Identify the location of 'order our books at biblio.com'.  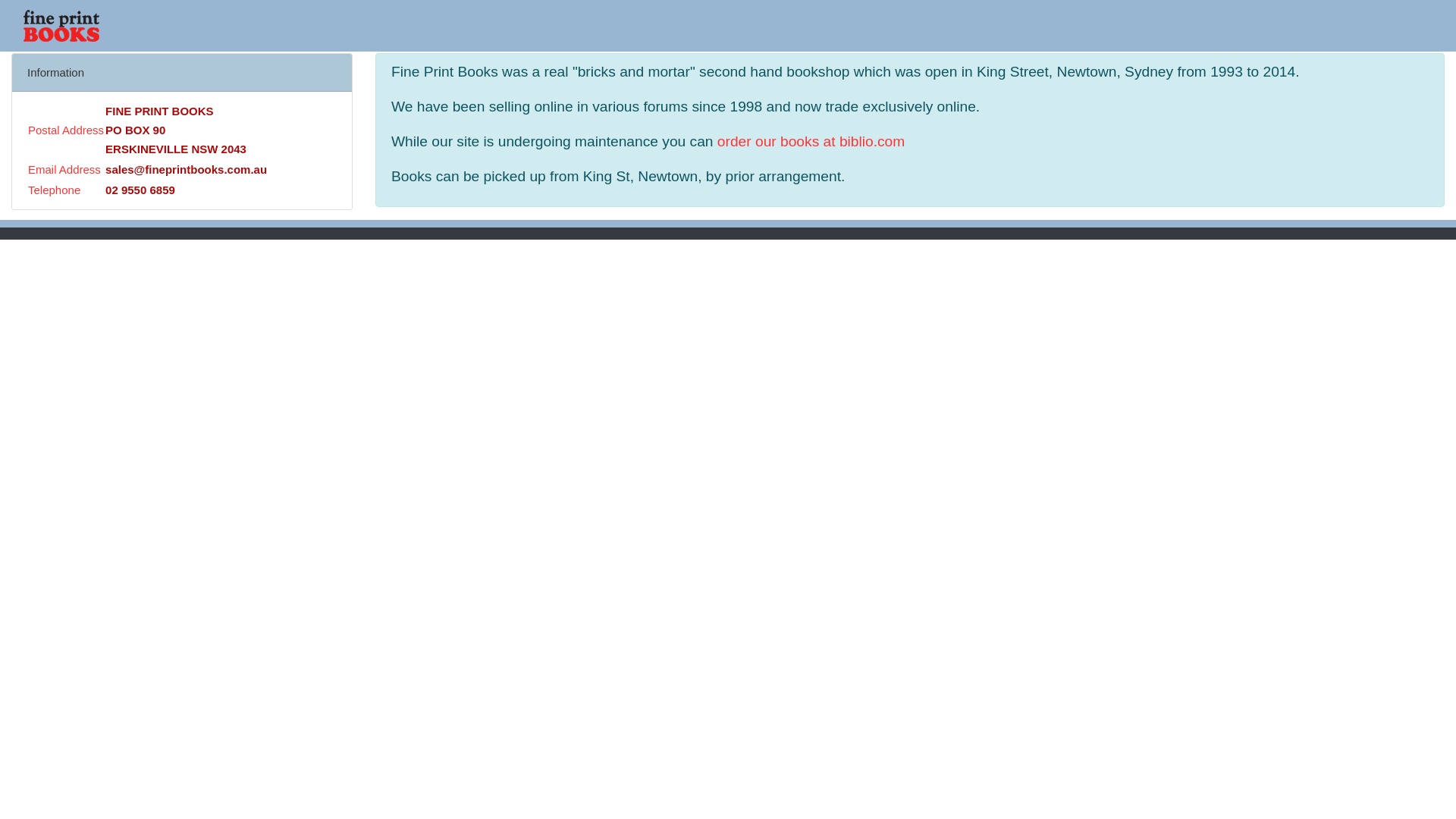
(810, 141).